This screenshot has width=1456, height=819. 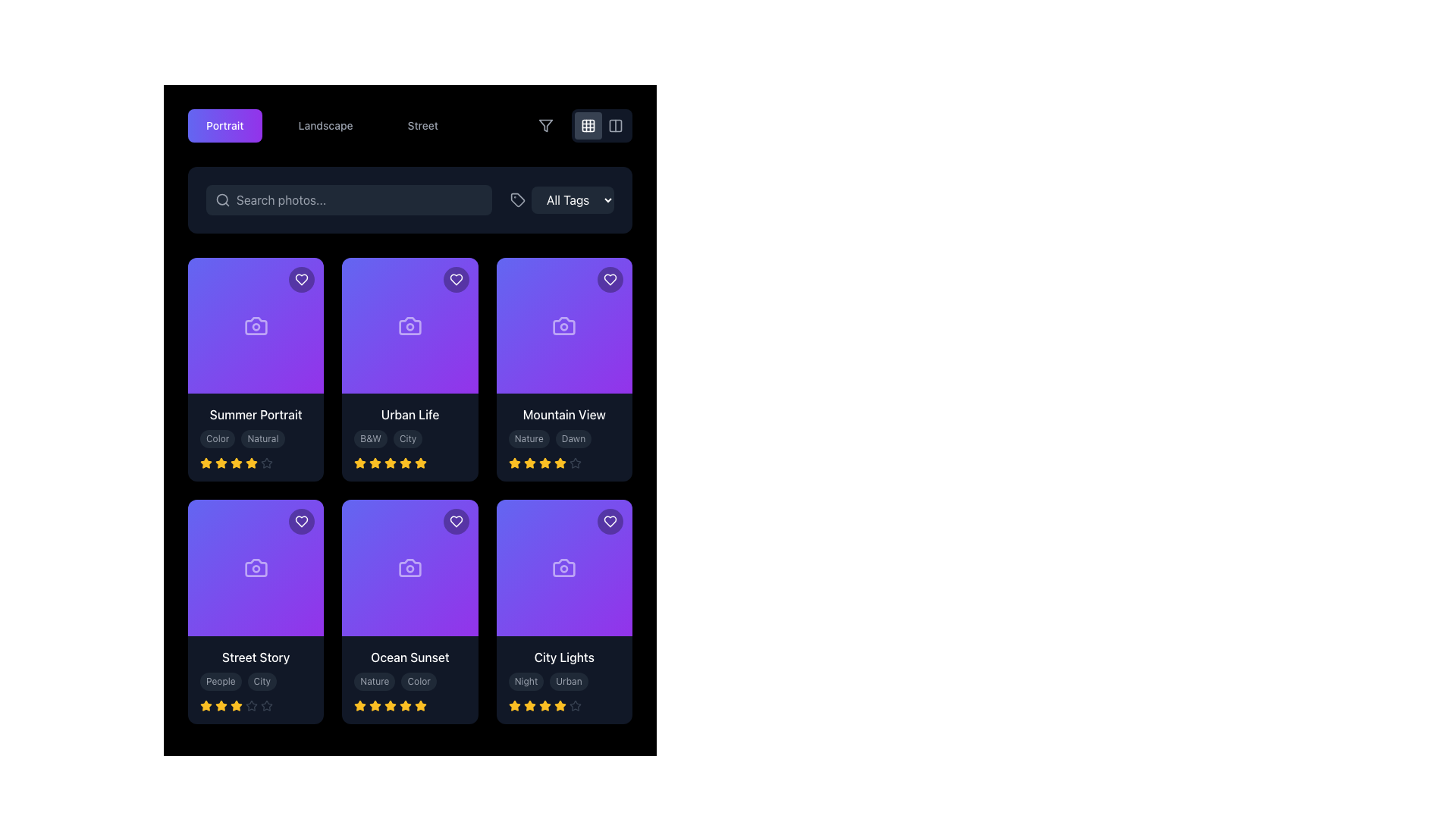 I want to click on the Image Placeholder with a gradient background transitioning from purple to blue, located in the bottom-right position of the grid under the 'City Lights' card, so click(x=563, y=567).